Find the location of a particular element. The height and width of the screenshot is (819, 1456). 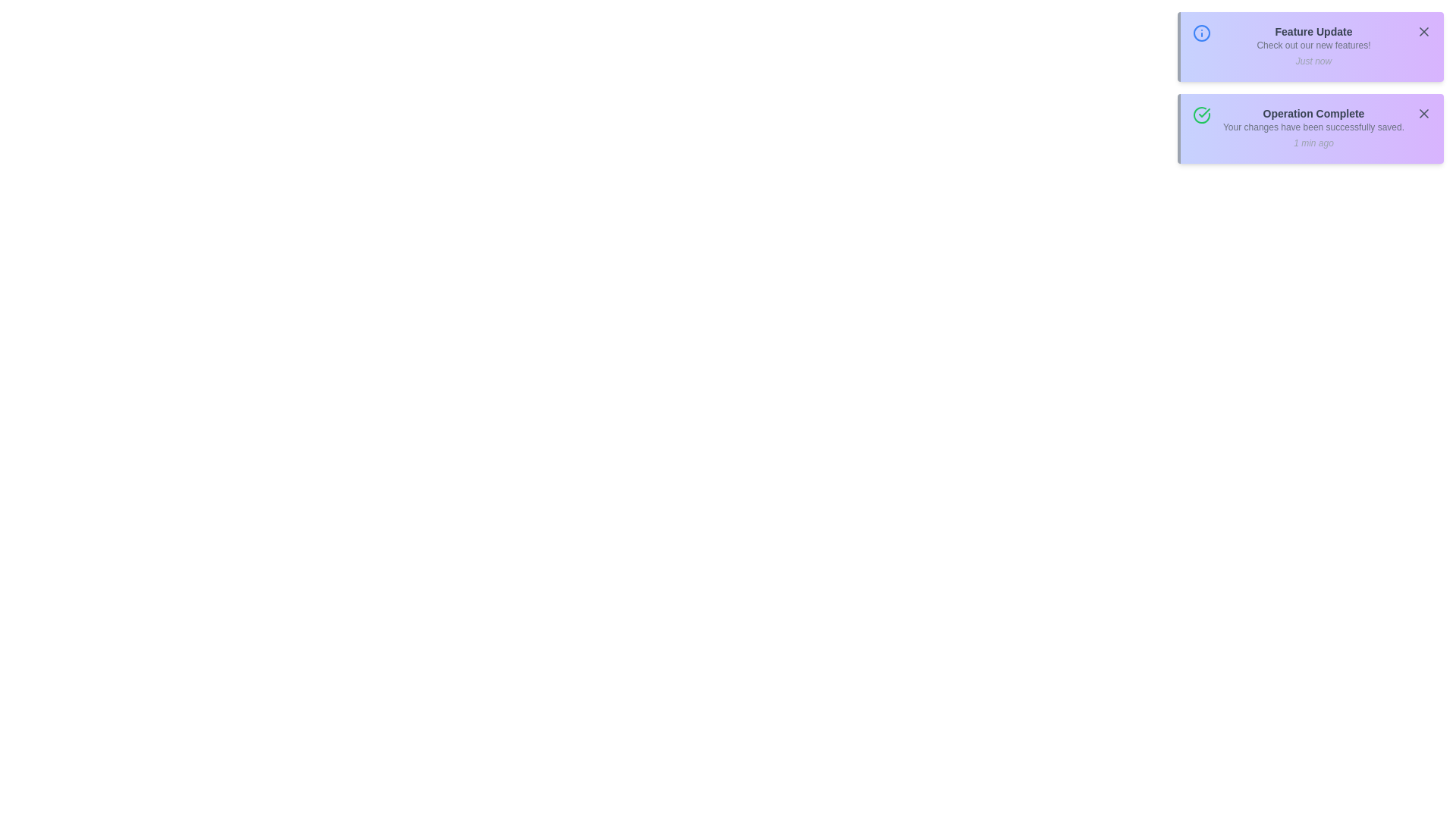

the notification icon for information type is located at coordinates (1200, 33).